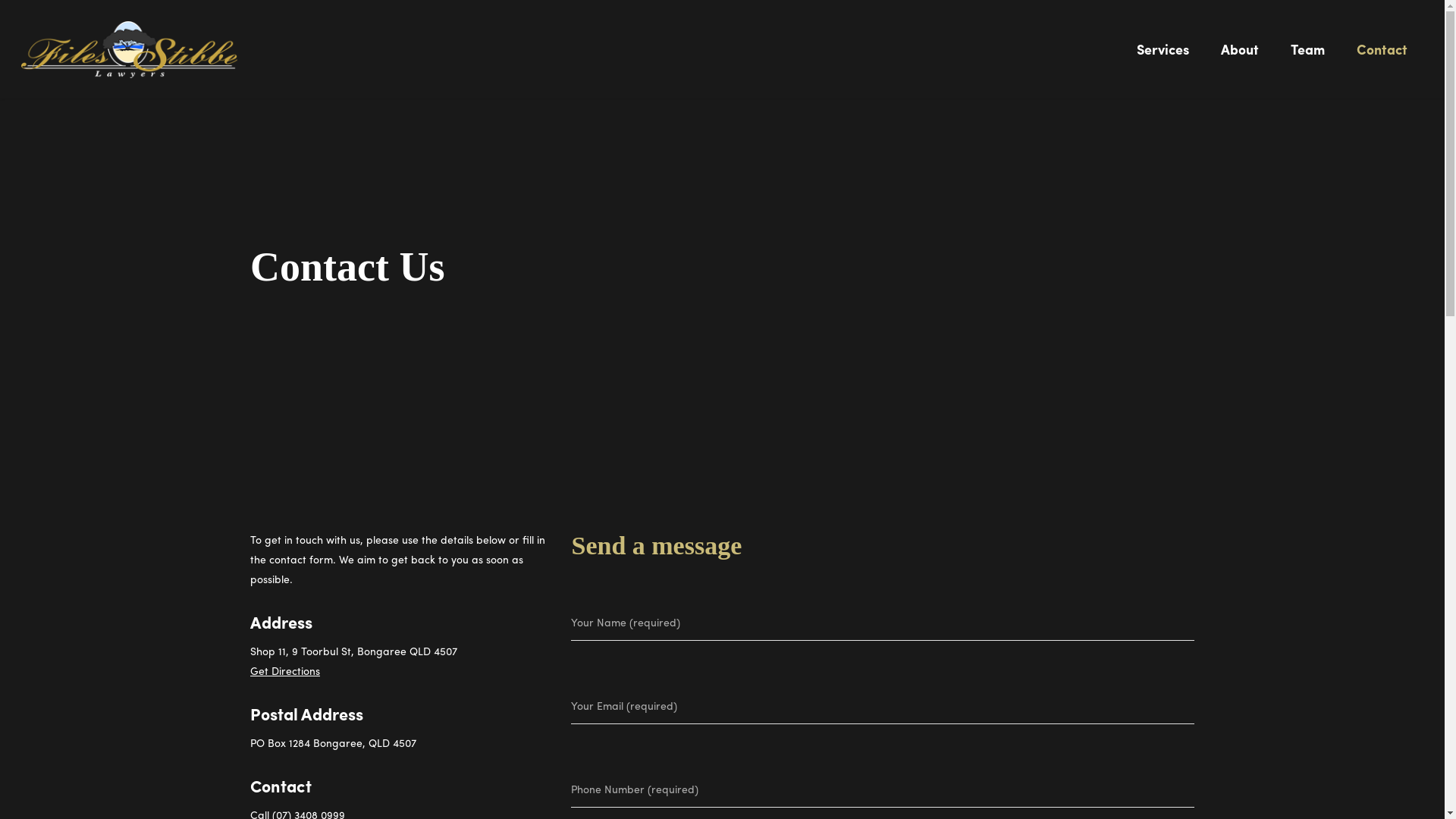  Describe the element at coordinates (1307, 58) in the screenshot. I see `'Team'` at that location.